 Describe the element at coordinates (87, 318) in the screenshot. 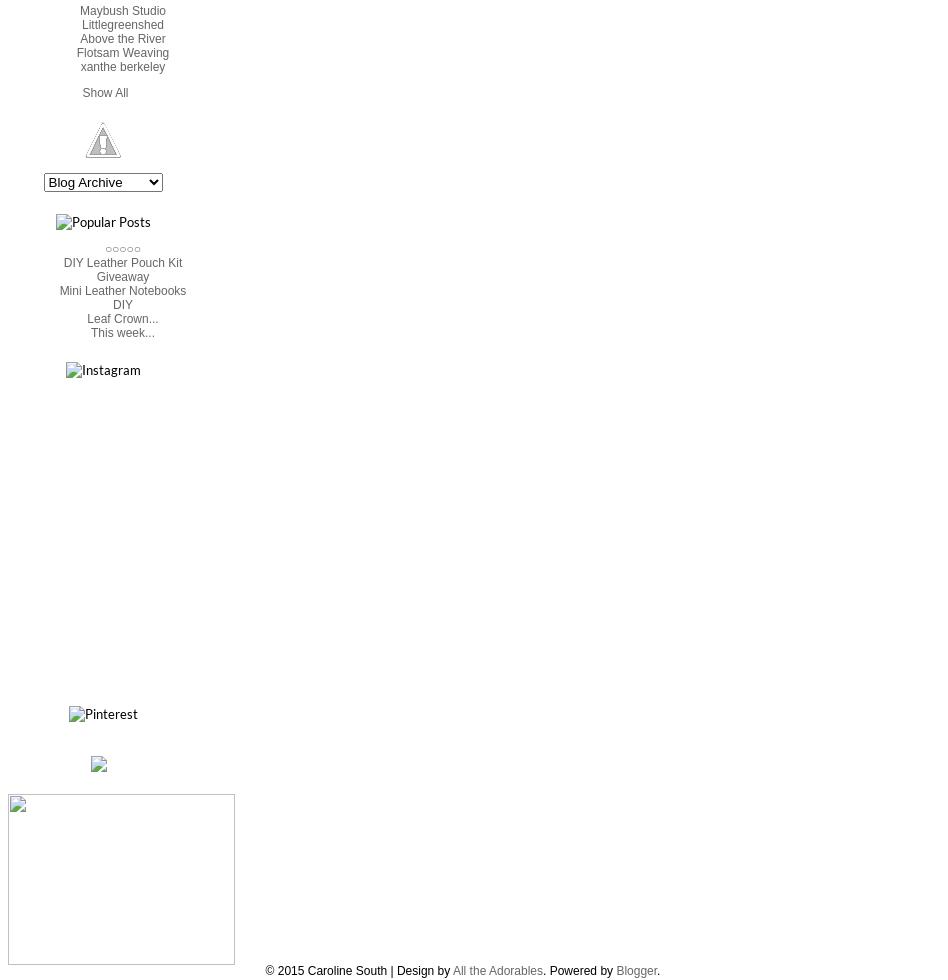

I see `'Leaf Crown...'` at that location.